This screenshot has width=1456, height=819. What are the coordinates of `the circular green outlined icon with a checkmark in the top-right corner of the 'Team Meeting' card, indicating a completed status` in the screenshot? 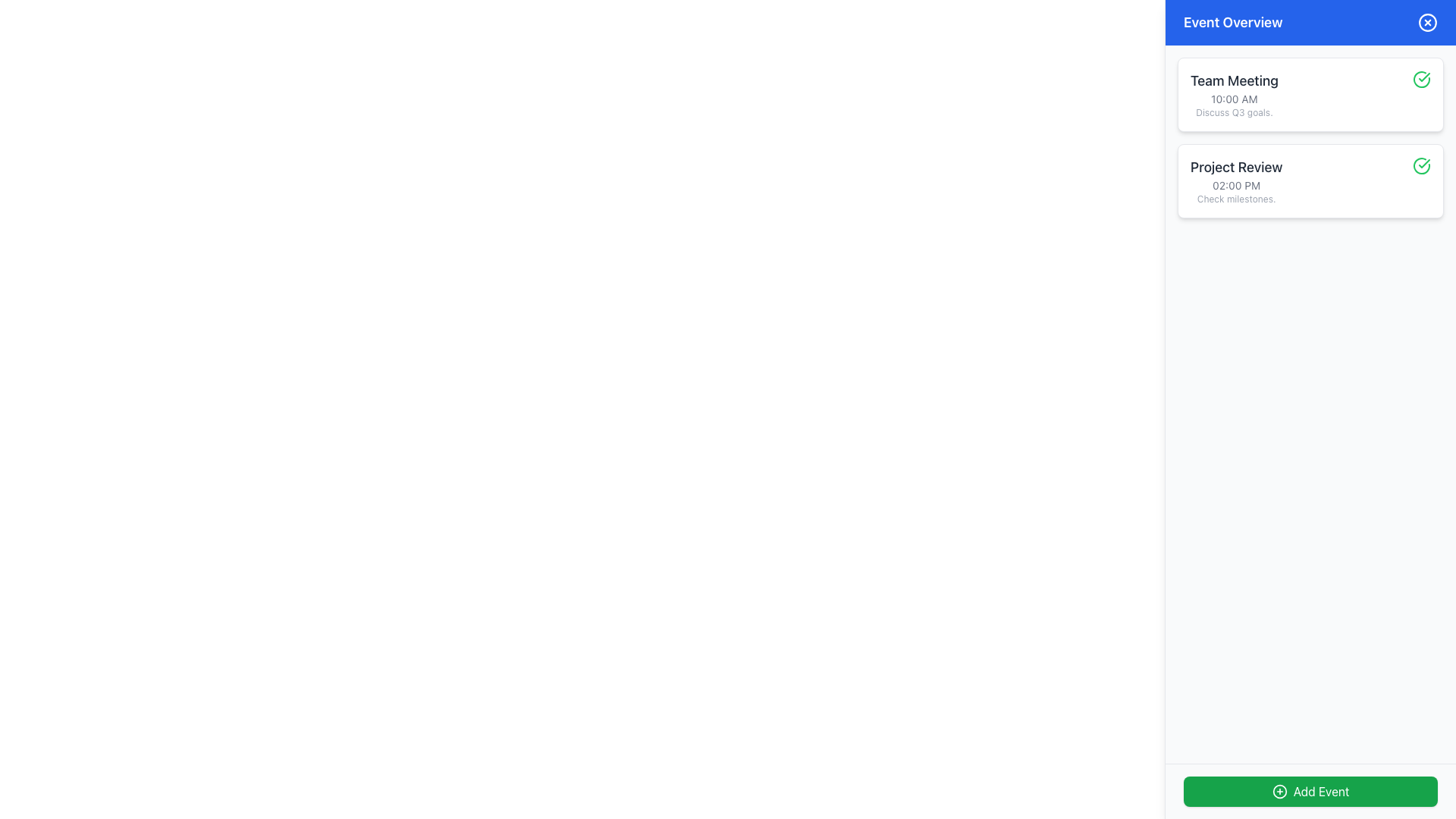 It's located at (1421, 79).